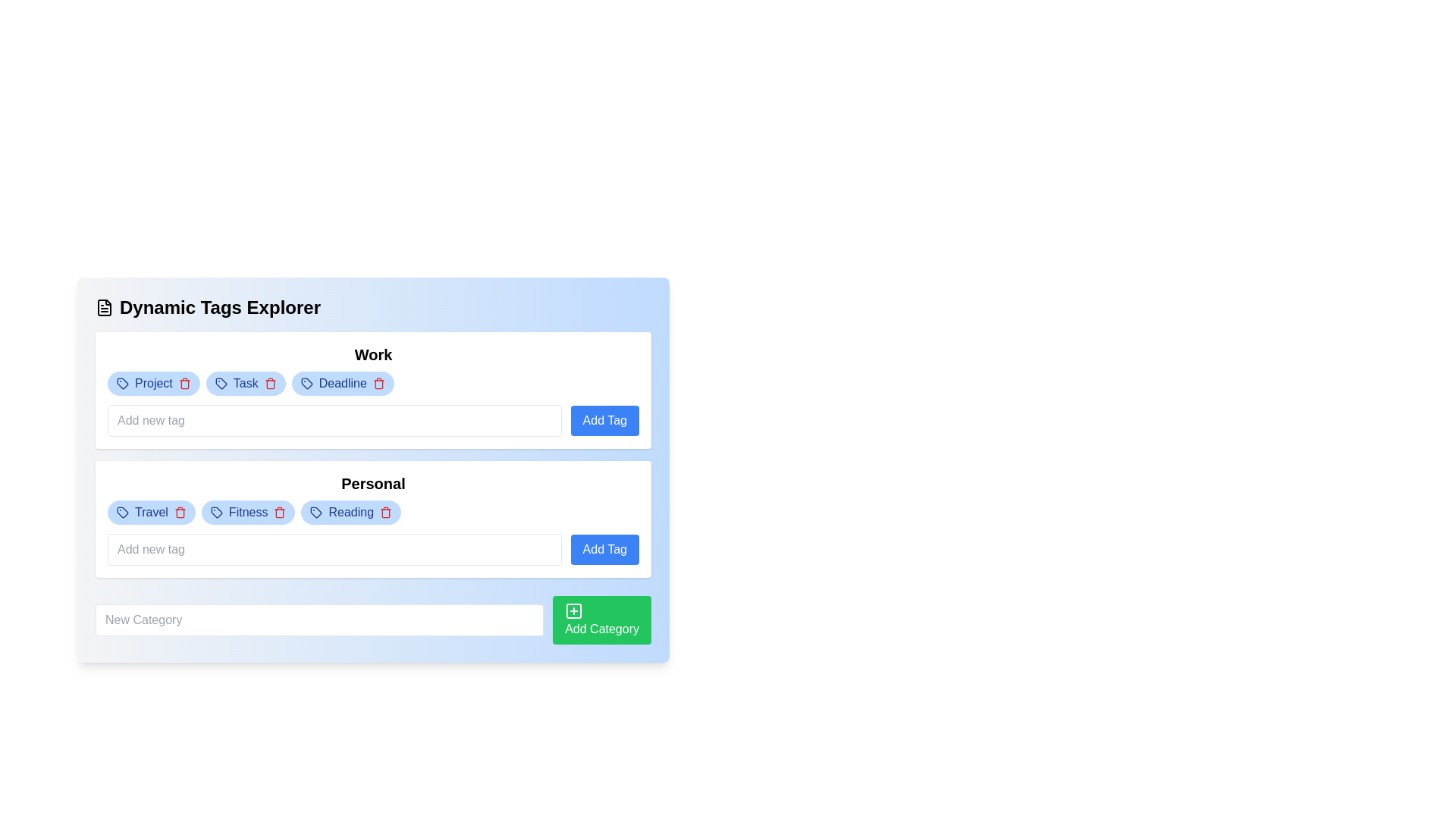  What do you see at coordinates (604, 550) in the screenshot?
I see `the 'Add Tag' button, which is a rectangular button with white text on a blue background, located to the right of a text input field below the 'Personal' heading` at bounding box center [604, 550].